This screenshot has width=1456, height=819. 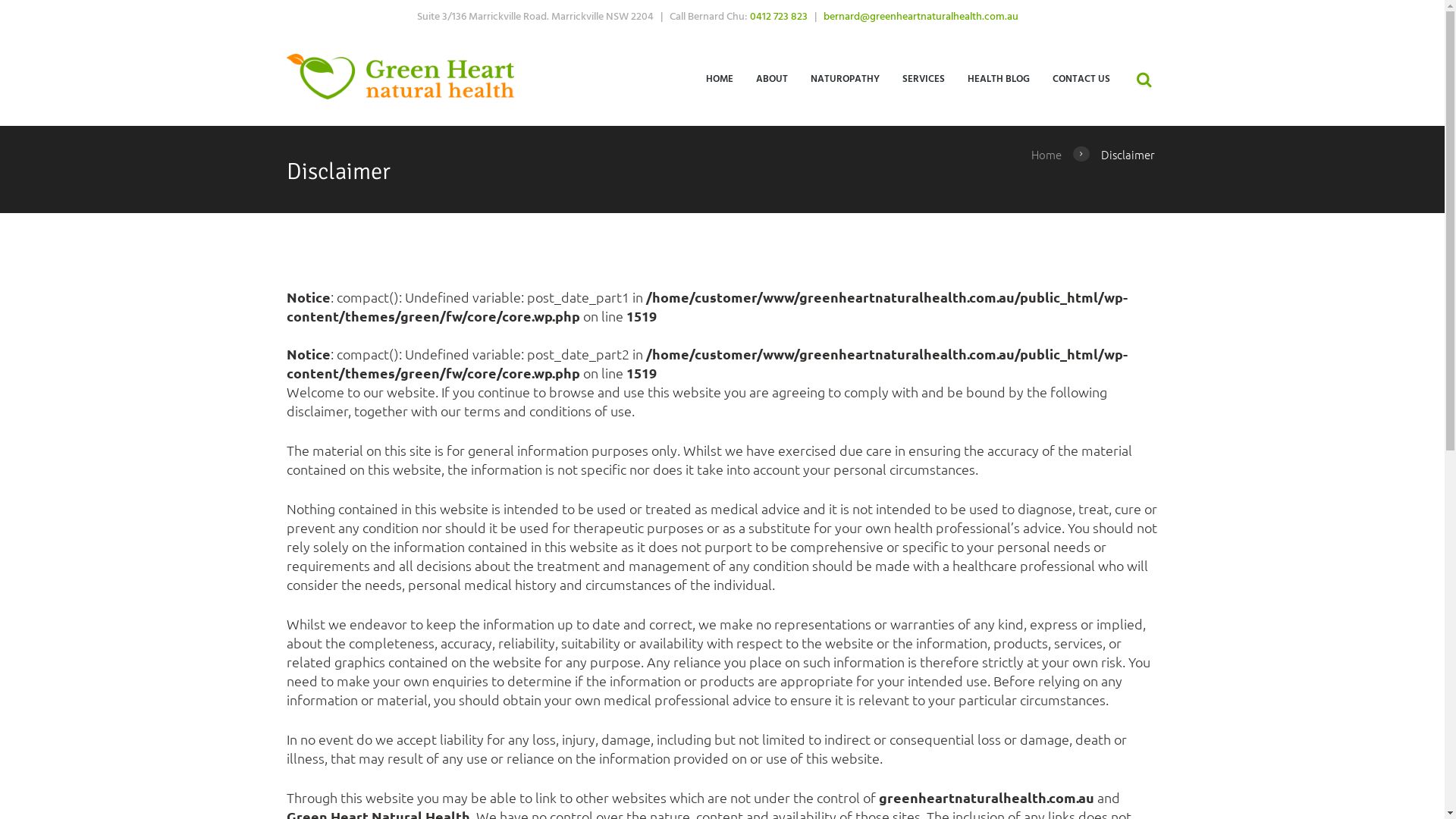 I want to click on 'ABOUT', so click(x=771, y=78).